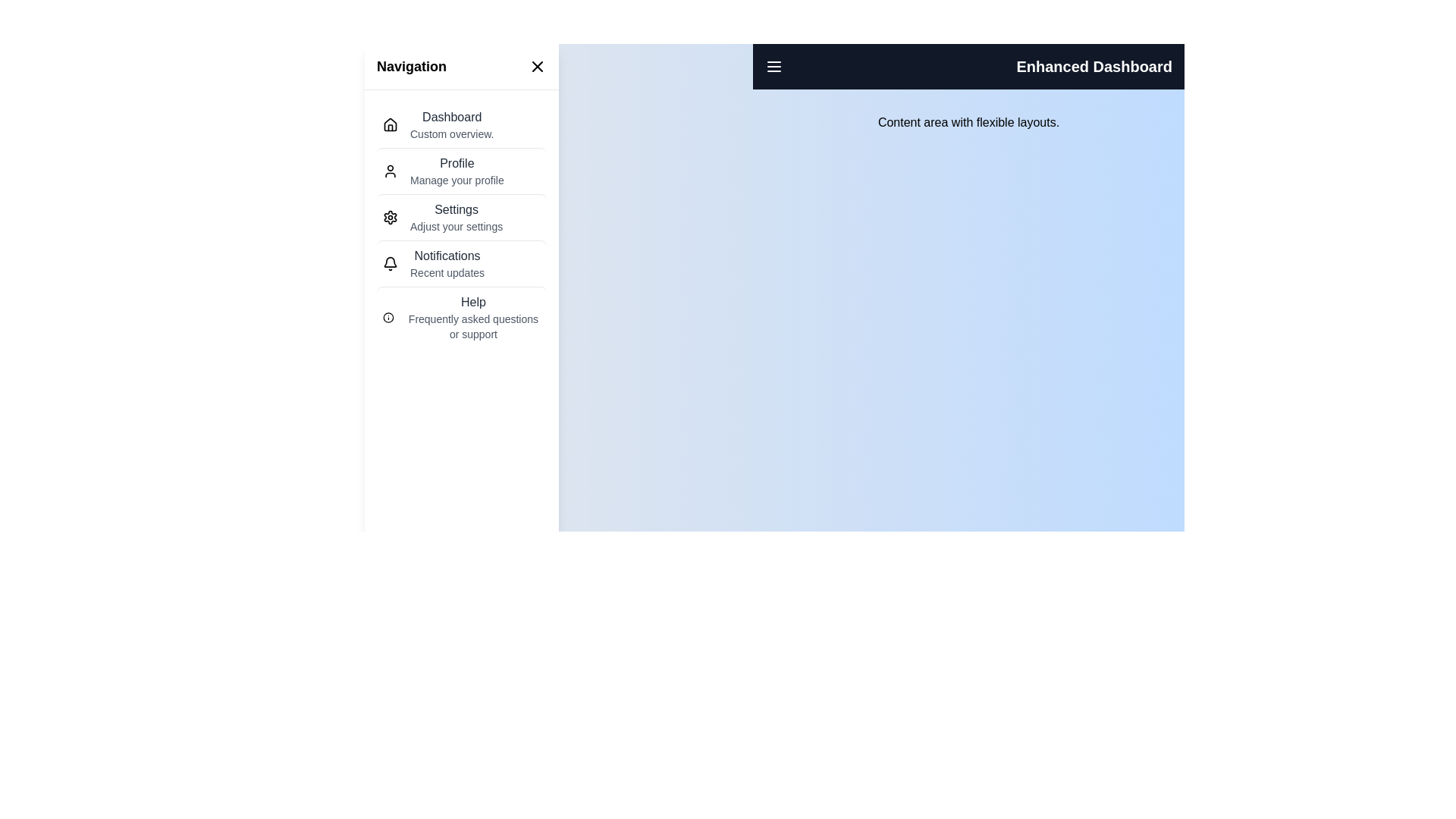 This screenshot has width=1456, height=819. What do you see at coordinates (456, 227) in the screenshot?
I see `the text label displaying 'Adjust your settings' in small gray font, which is positioned directly underneath the 'Settings' title in the sidebar navigation menu` at bounding box center [456, 227].